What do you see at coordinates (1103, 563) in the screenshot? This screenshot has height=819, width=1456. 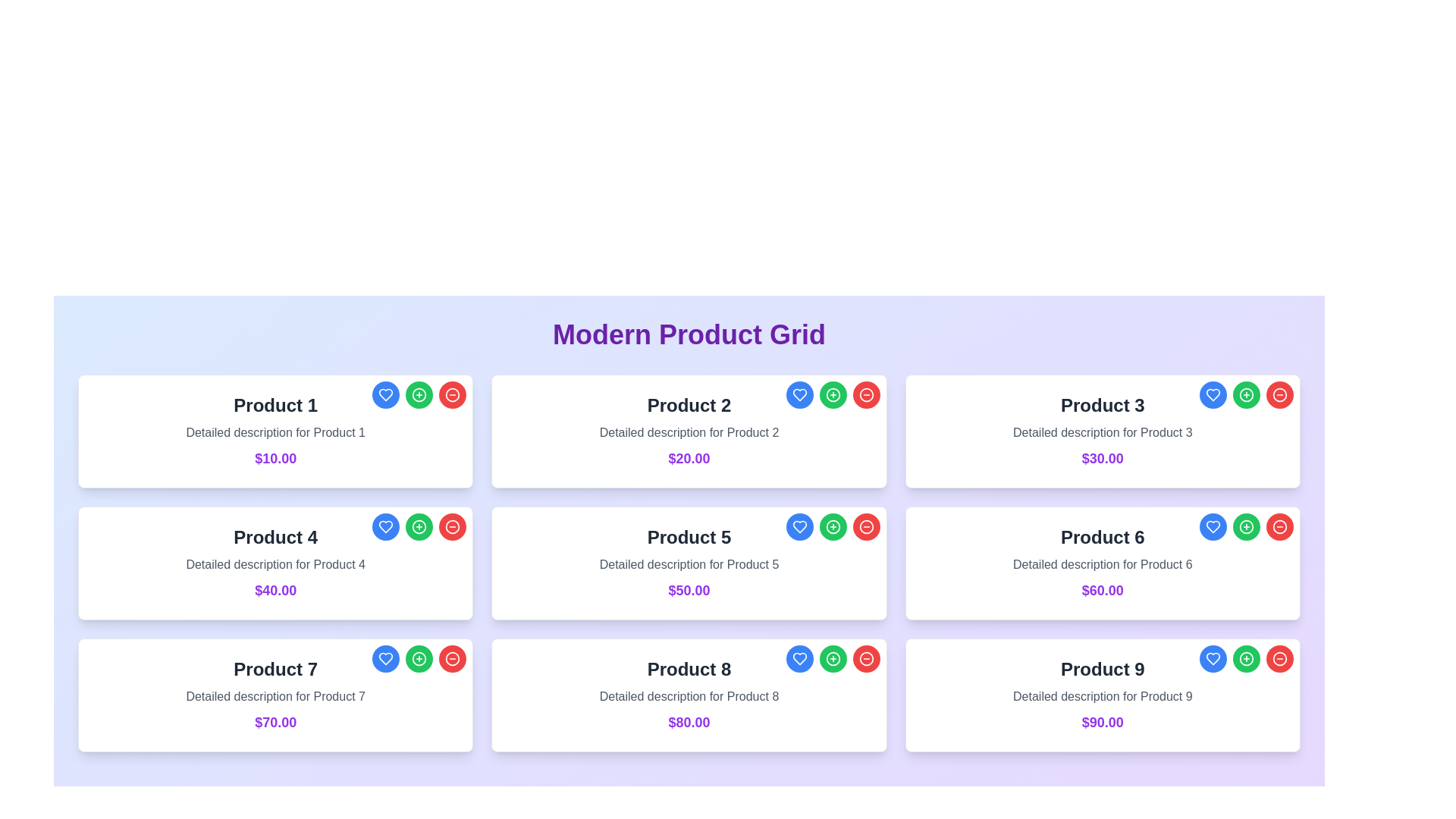 I see `the interactive icons located in the top-right corner of the 'Product 6' card, which features a bold heading and a price in a large purple font` at bounding box center [1103, 563].